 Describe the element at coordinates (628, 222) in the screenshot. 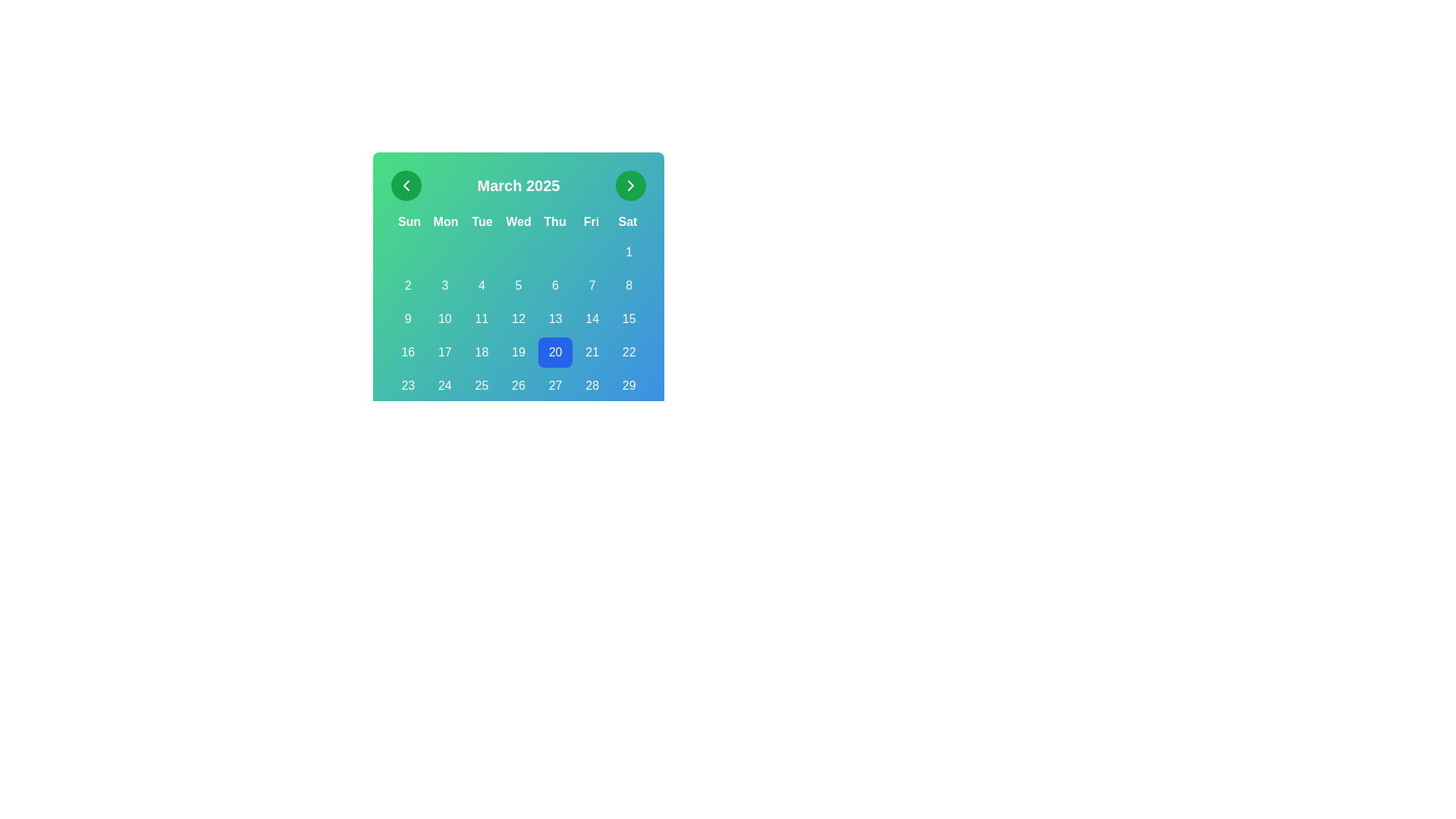

I see `the text label indicating 'Saturday', which is the last label in a row of week day labels at the top of the calendar interface` at that location.